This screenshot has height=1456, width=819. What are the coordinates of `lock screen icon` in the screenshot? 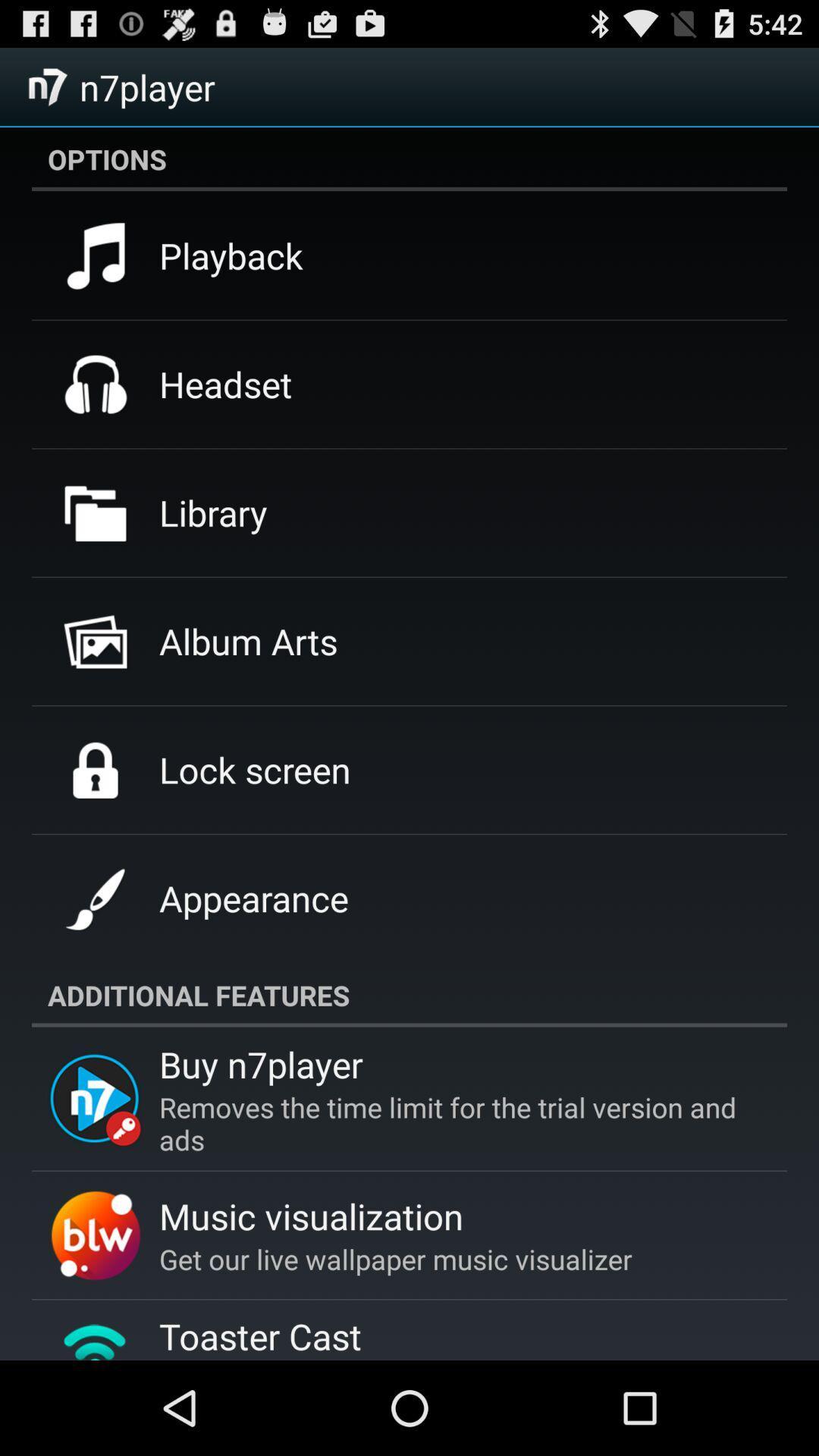 It's located at (254, 770).